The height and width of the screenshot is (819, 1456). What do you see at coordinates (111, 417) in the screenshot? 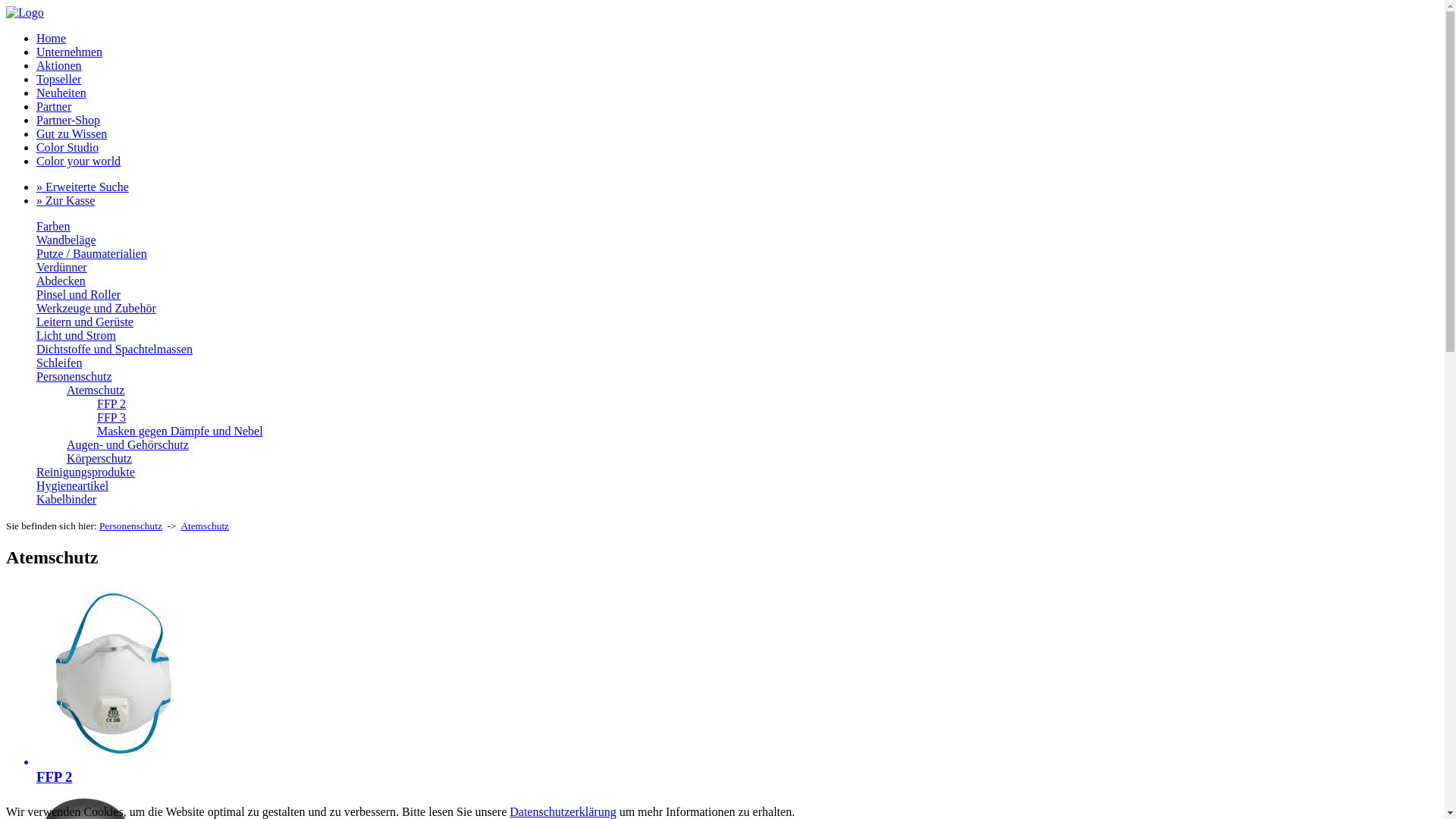
I see `'FFP 3'` at bounding box center [111, 417].